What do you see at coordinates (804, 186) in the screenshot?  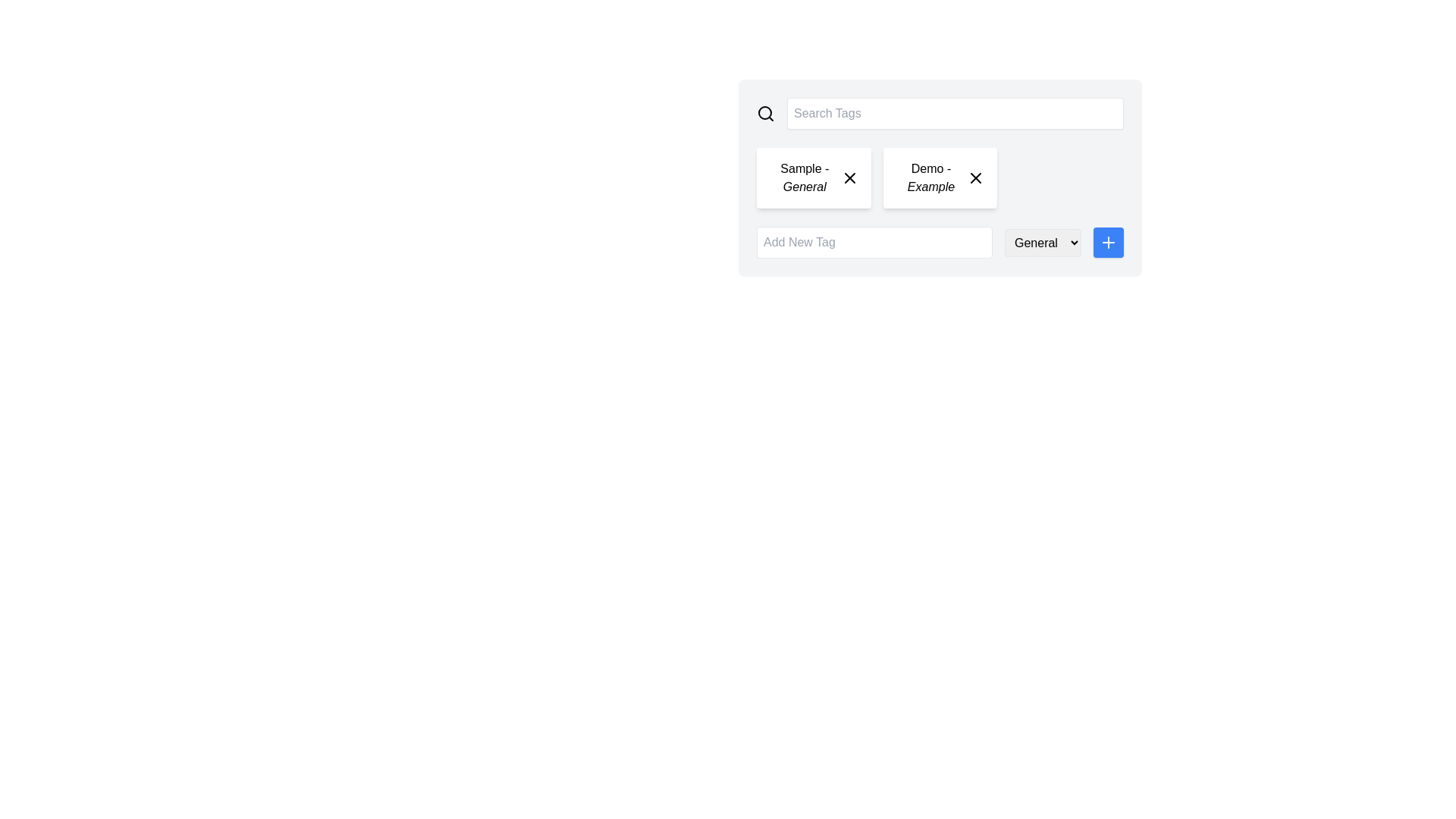 I see `the text label displaying 'General' within the 'Sample - General' tag located near the top-center of the user interface` at bounding box center [804, 186].